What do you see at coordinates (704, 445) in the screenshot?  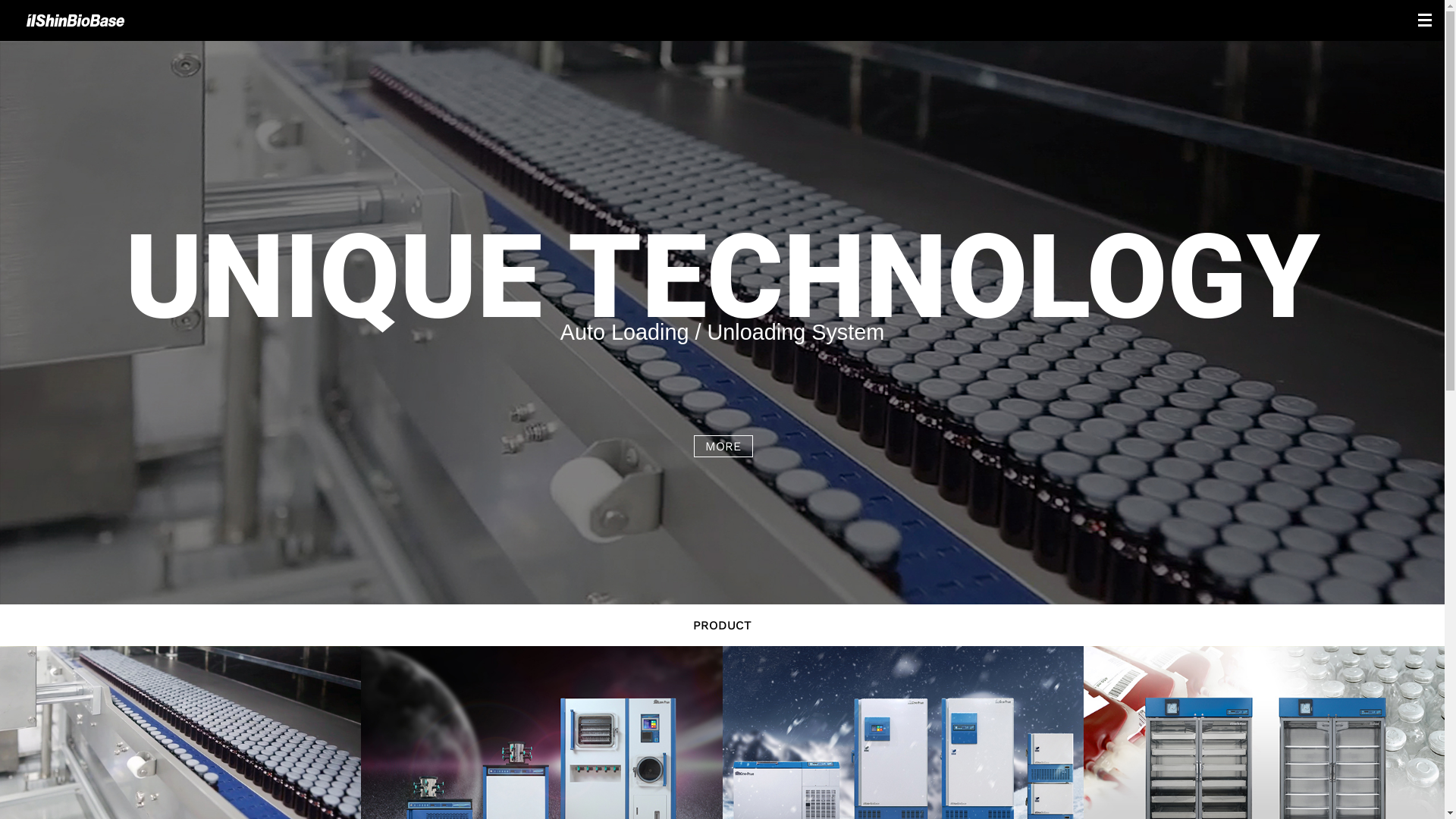 I see `'MORE'` at bounding box center [704, 445].